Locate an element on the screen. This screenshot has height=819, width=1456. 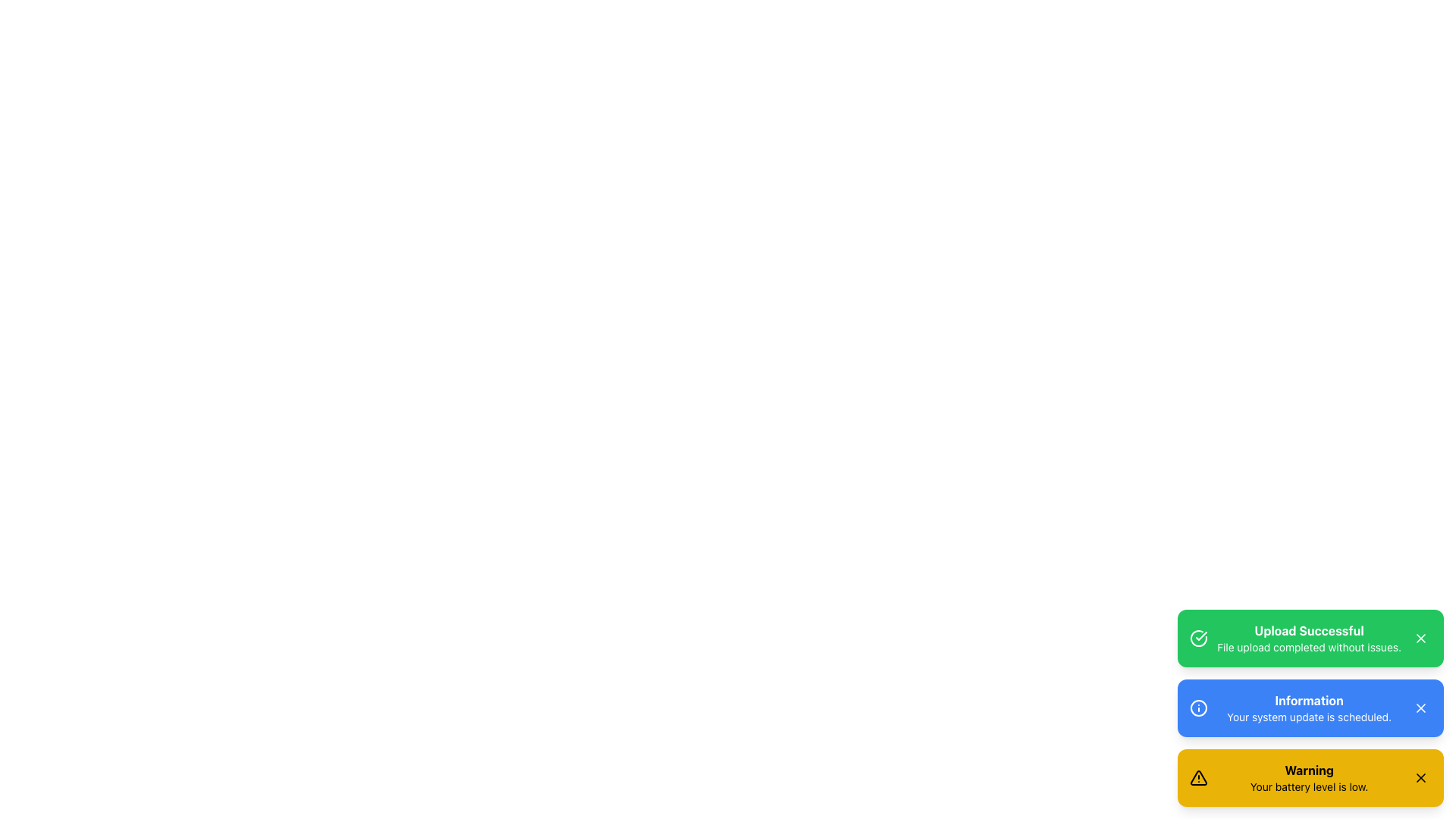
the Close Icon, represented by an 'X', located at the far-right of the blue notification component labeled 'Information: Your system update is scheduled' is located at coordinates (1420, 708).